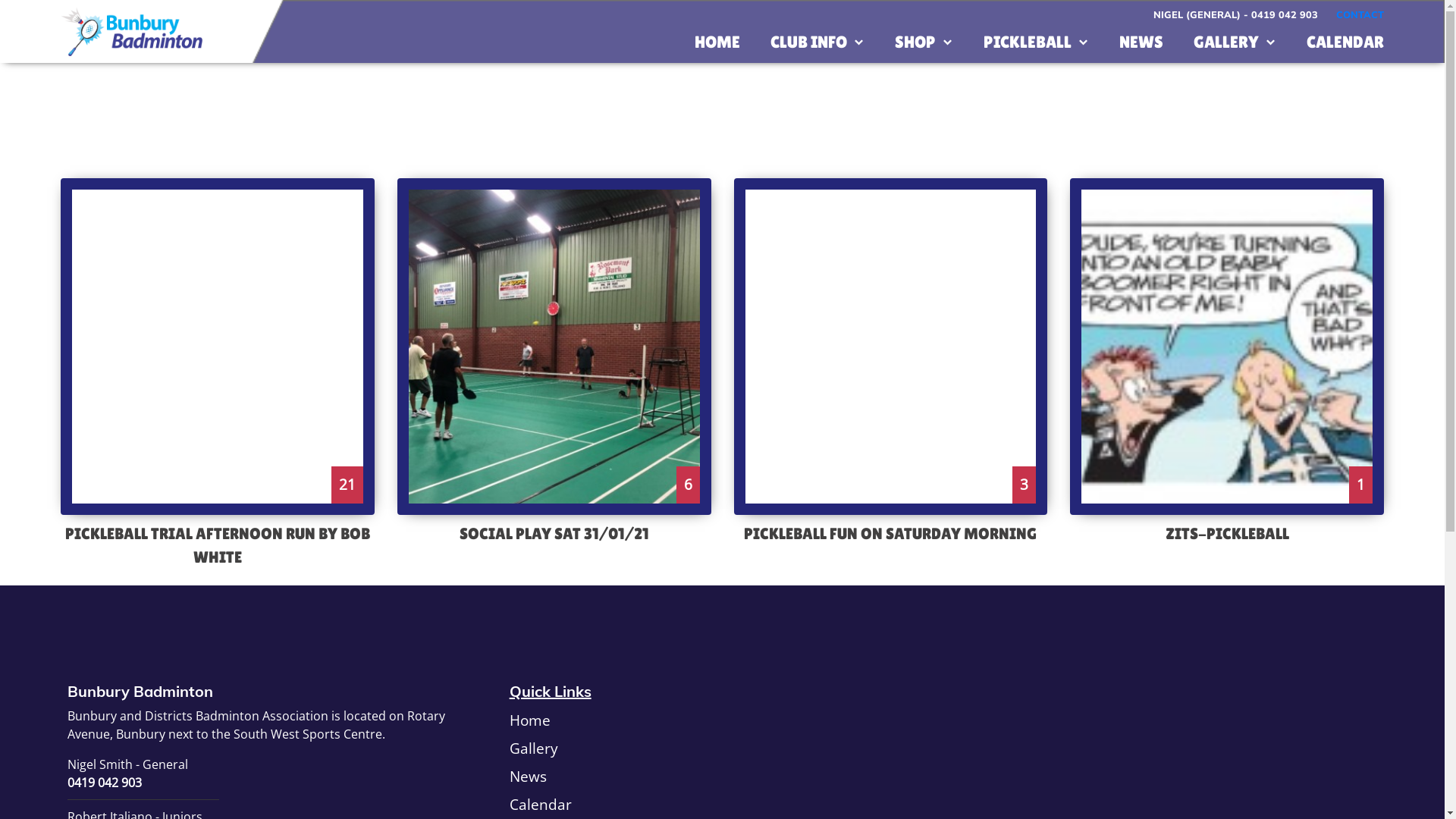 The height and width of the screenshot is (819, 1456). What do you see at coordinates (770, 42) in the screenshot?
I see `'CLUB INFO'` at bounding box center [770, 42].